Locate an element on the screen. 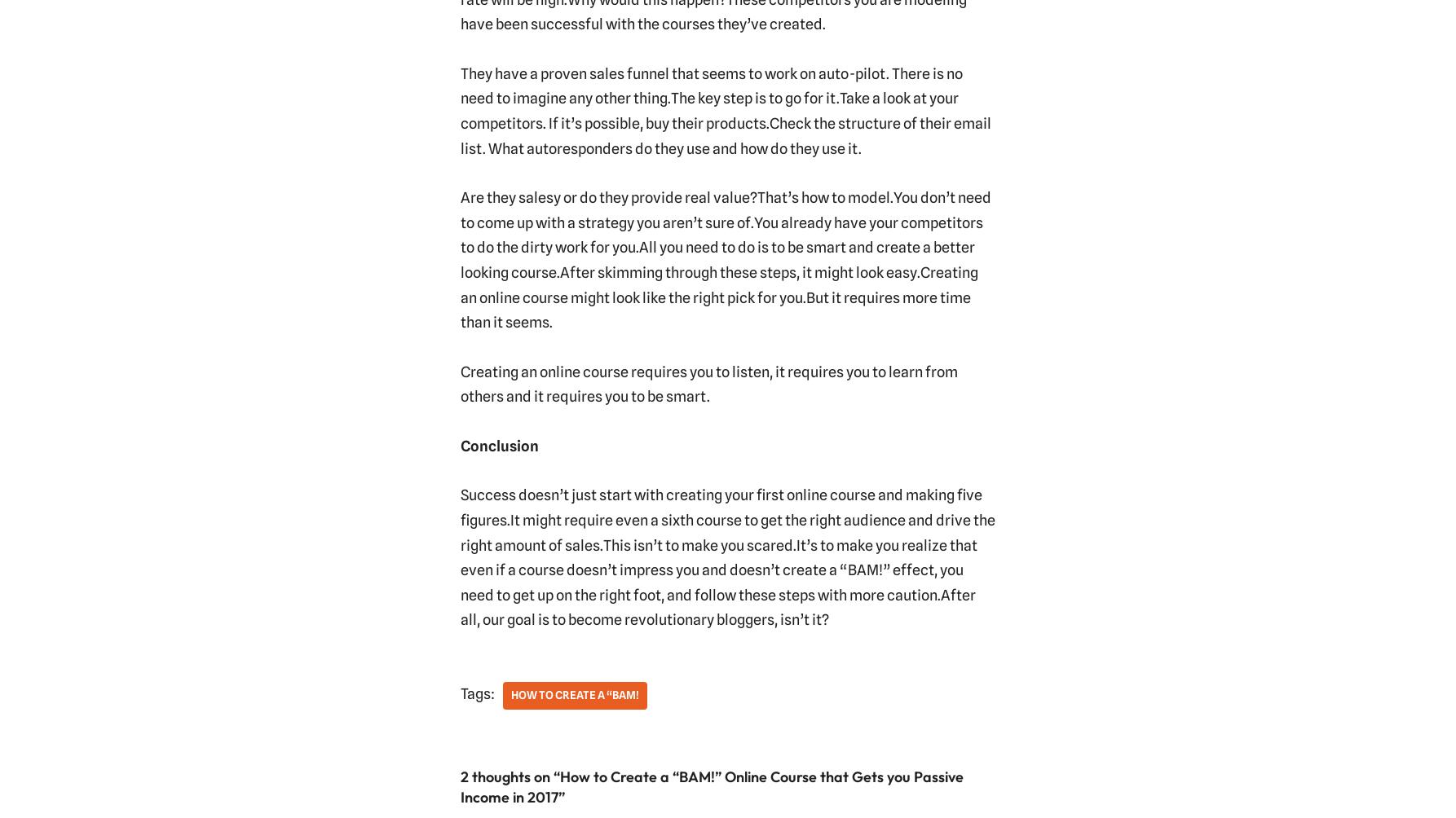 The image size is (1456, 818). 'How to Create a “BAM!' is located at coordinates (510, 694).